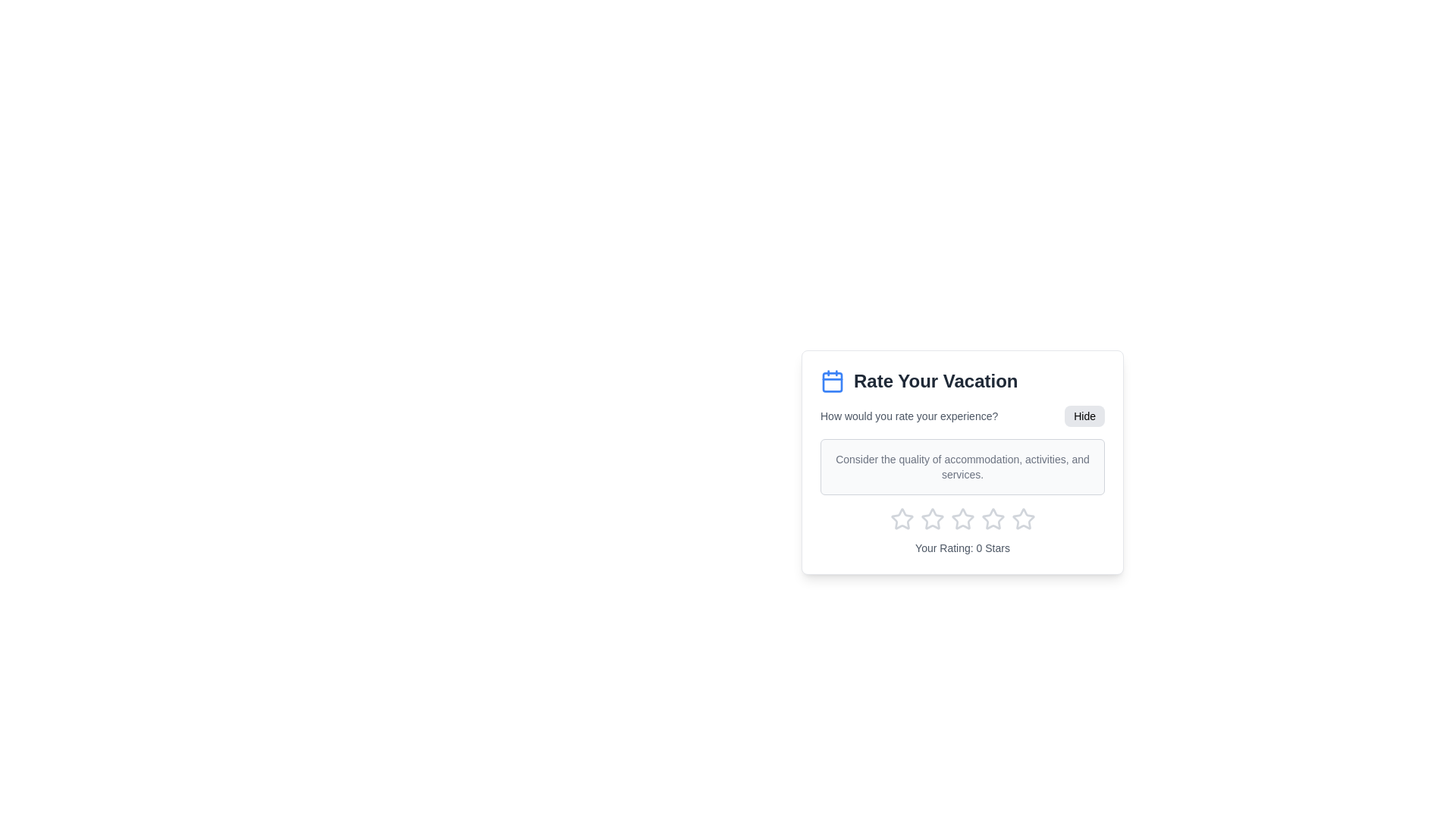 The height and width of the screenshot is (819, 1456). Describe the element at coordinates (935, 380) in the screenshot. I see `the bold text label that says 'Rate Your Vacation', styled with a large font size and black color, located at the top of a card layout, immediately to the right of a calendar icon` at that location.